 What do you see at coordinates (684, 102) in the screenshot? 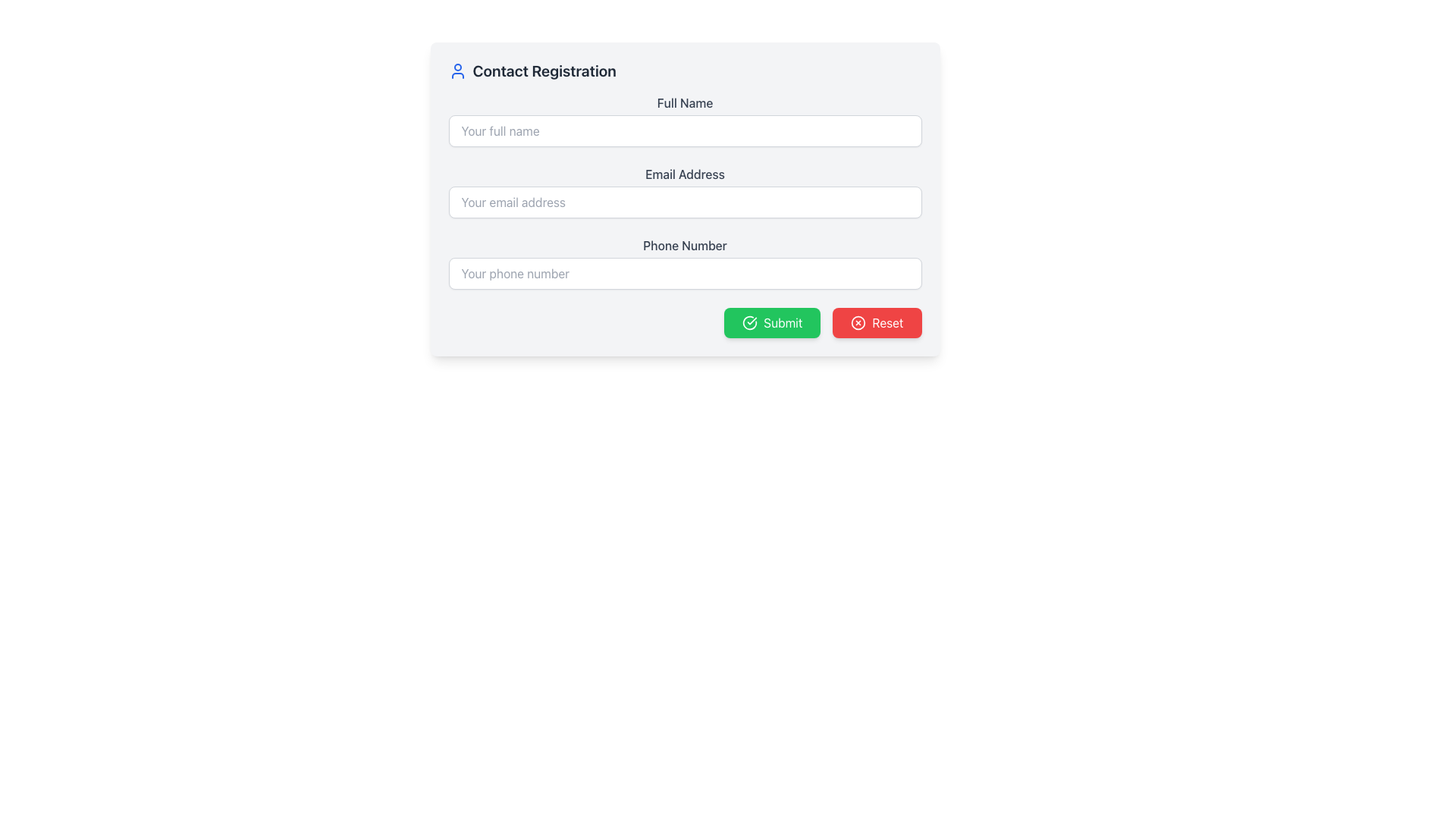
I see `the 'Full Name' label, which is styled in bold and dark gray, located at the top of the form and aligned to the left` at bounding box center [684, 102].